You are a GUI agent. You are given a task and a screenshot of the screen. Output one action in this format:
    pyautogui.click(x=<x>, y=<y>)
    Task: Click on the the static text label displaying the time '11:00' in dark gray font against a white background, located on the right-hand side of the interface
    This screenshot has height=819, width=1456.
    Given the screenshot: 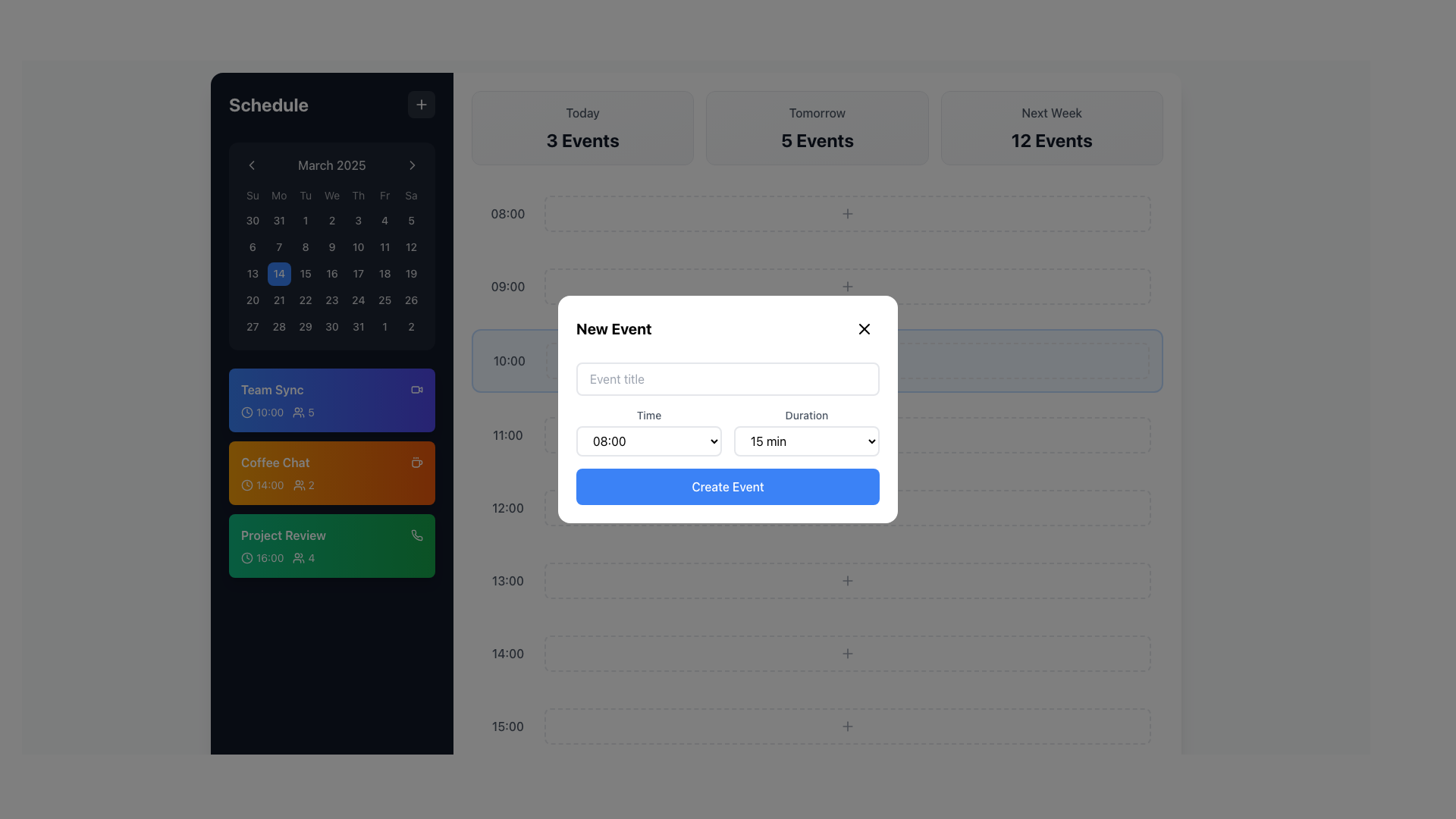 What is the action you would take?
    pyautogui.click(x=508, y=435)
    